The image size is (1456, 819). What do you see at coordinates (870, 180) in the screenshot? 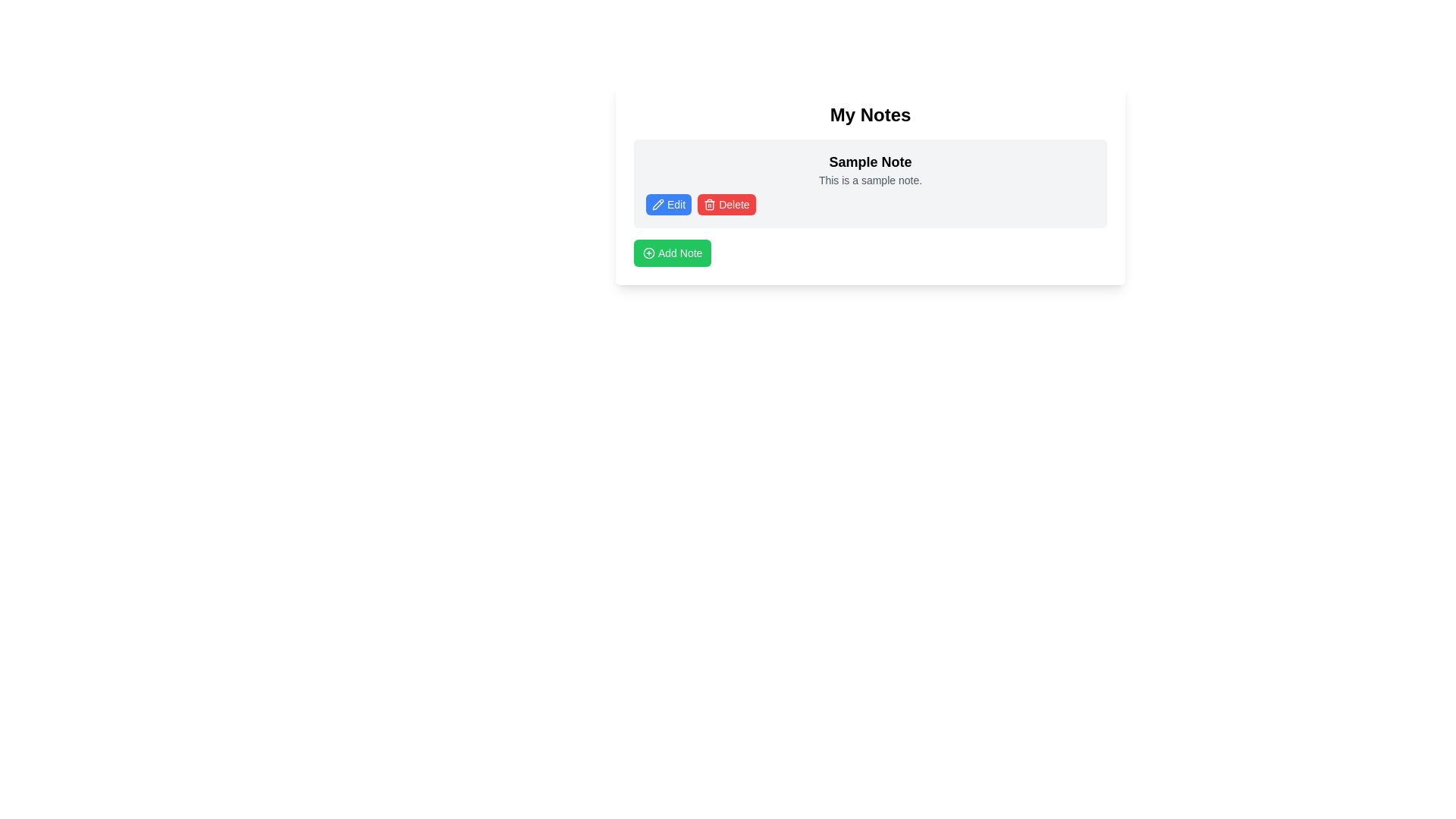
I see `the text label that reads 'This is a sample note.' which is styled in gray and located beneath the title 'Sample Note.'` at bounding box center [870, 180].